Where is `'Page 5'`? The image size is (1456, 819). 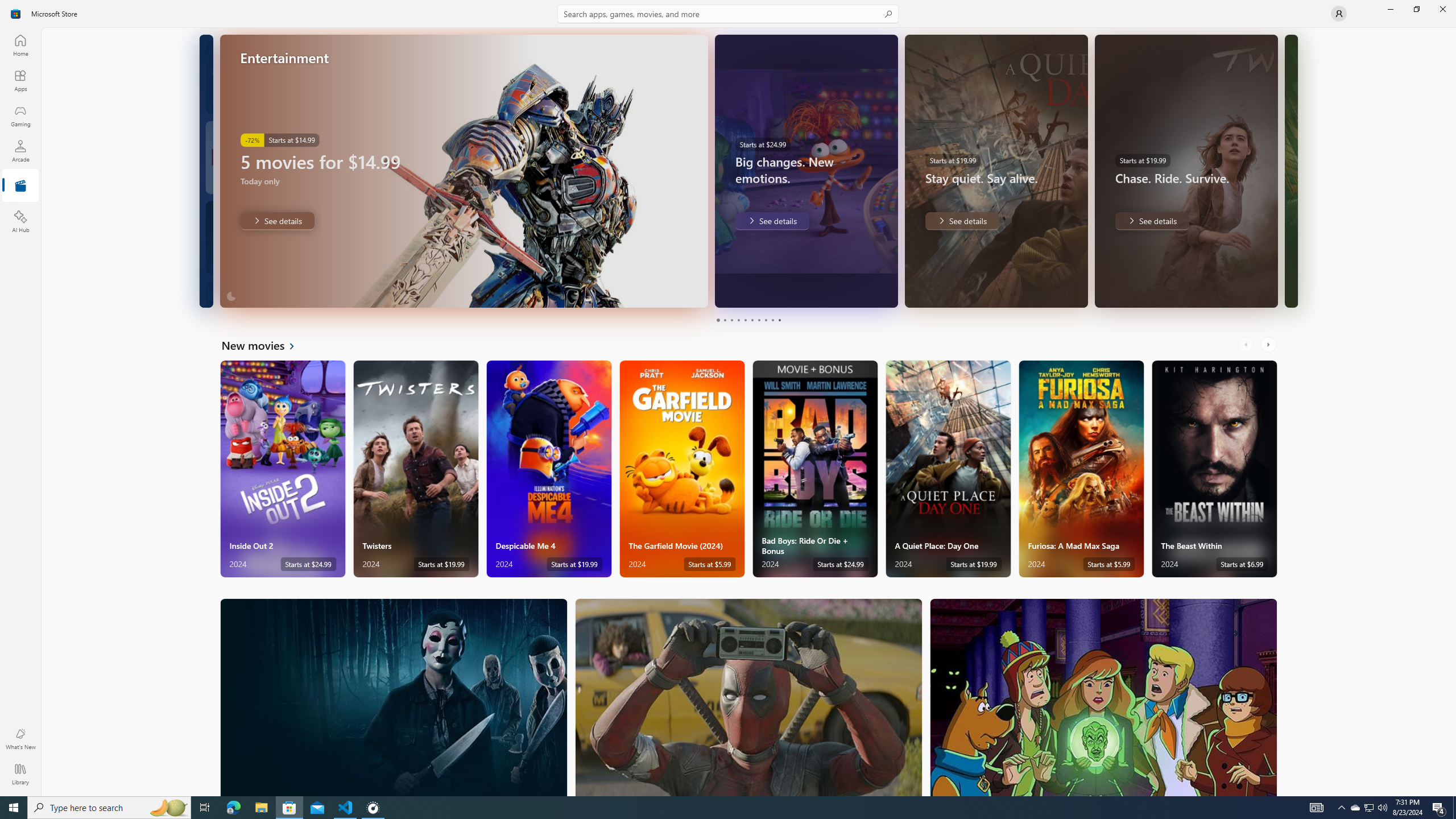 'Page 5' is located at coordinates (744, 320).